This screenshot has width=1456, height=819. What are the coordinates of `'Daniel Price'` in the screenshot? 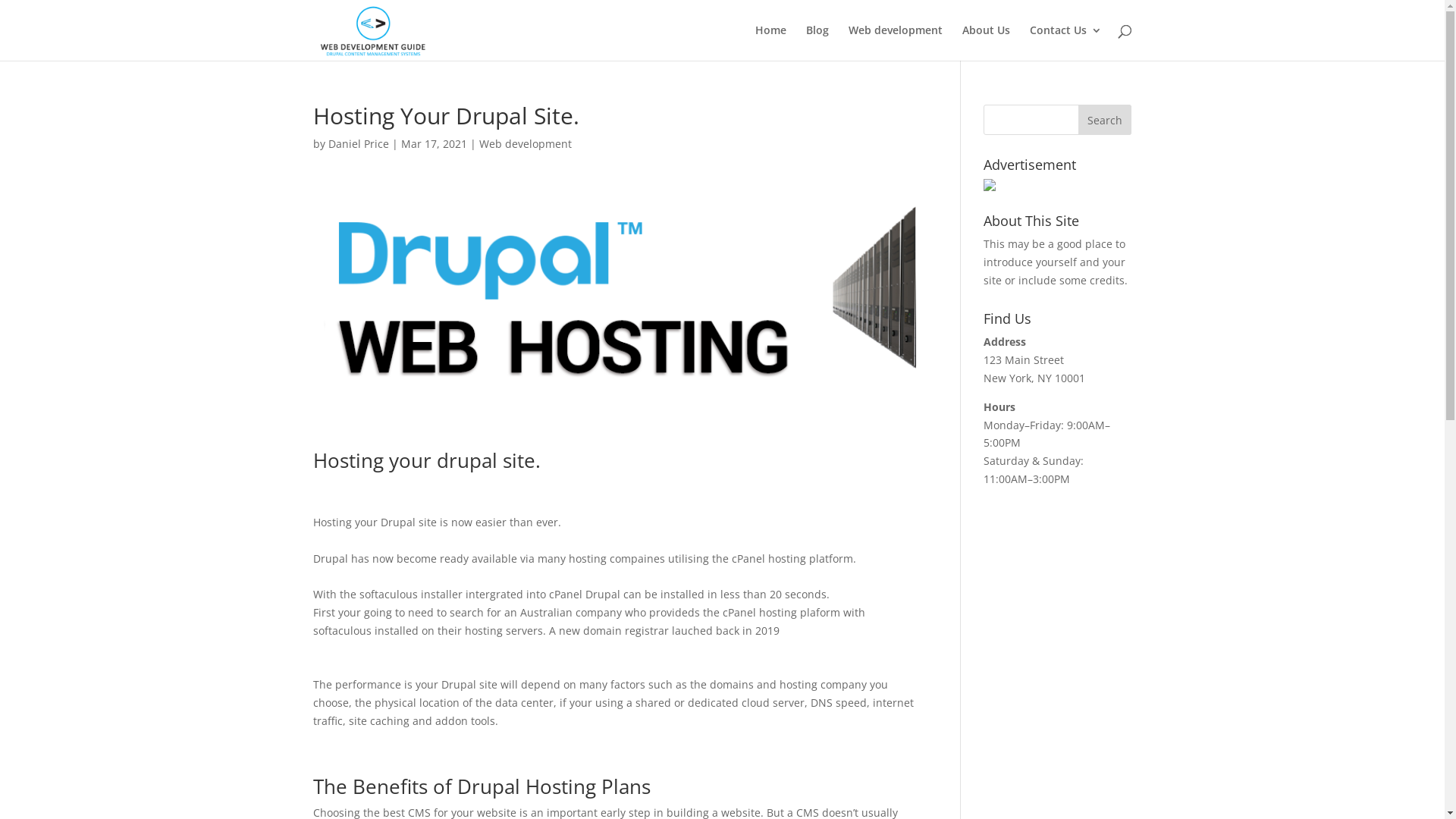 It's located at (356, 143).